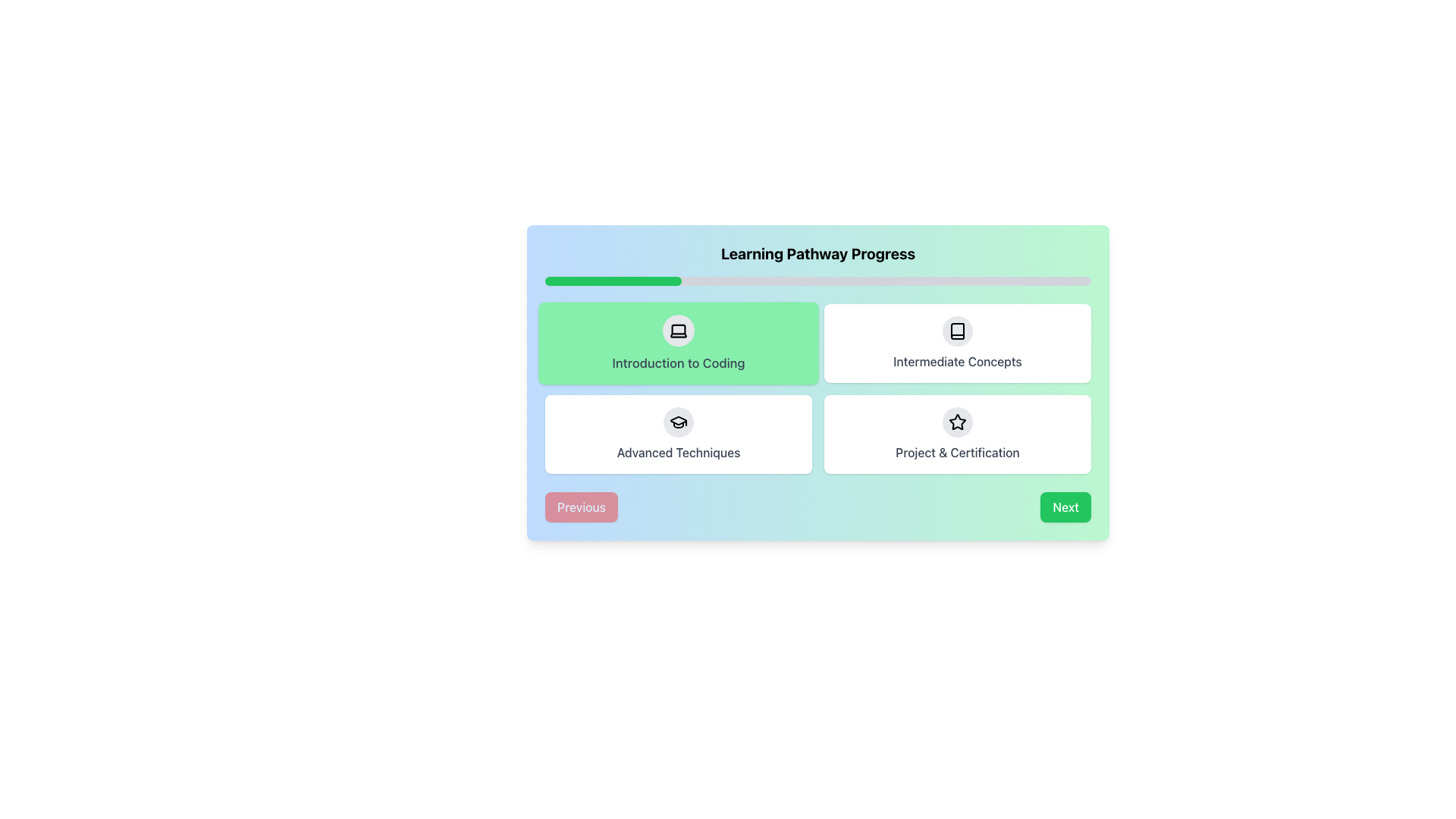 The width and height of the screenshot is (1456, 819). I want to click on the Progress Bar indicating the user's progress through the learning pathway, which is located below the title 'Learning Pathway Progress' and shows a green section for completed progress, so click(817, 281).